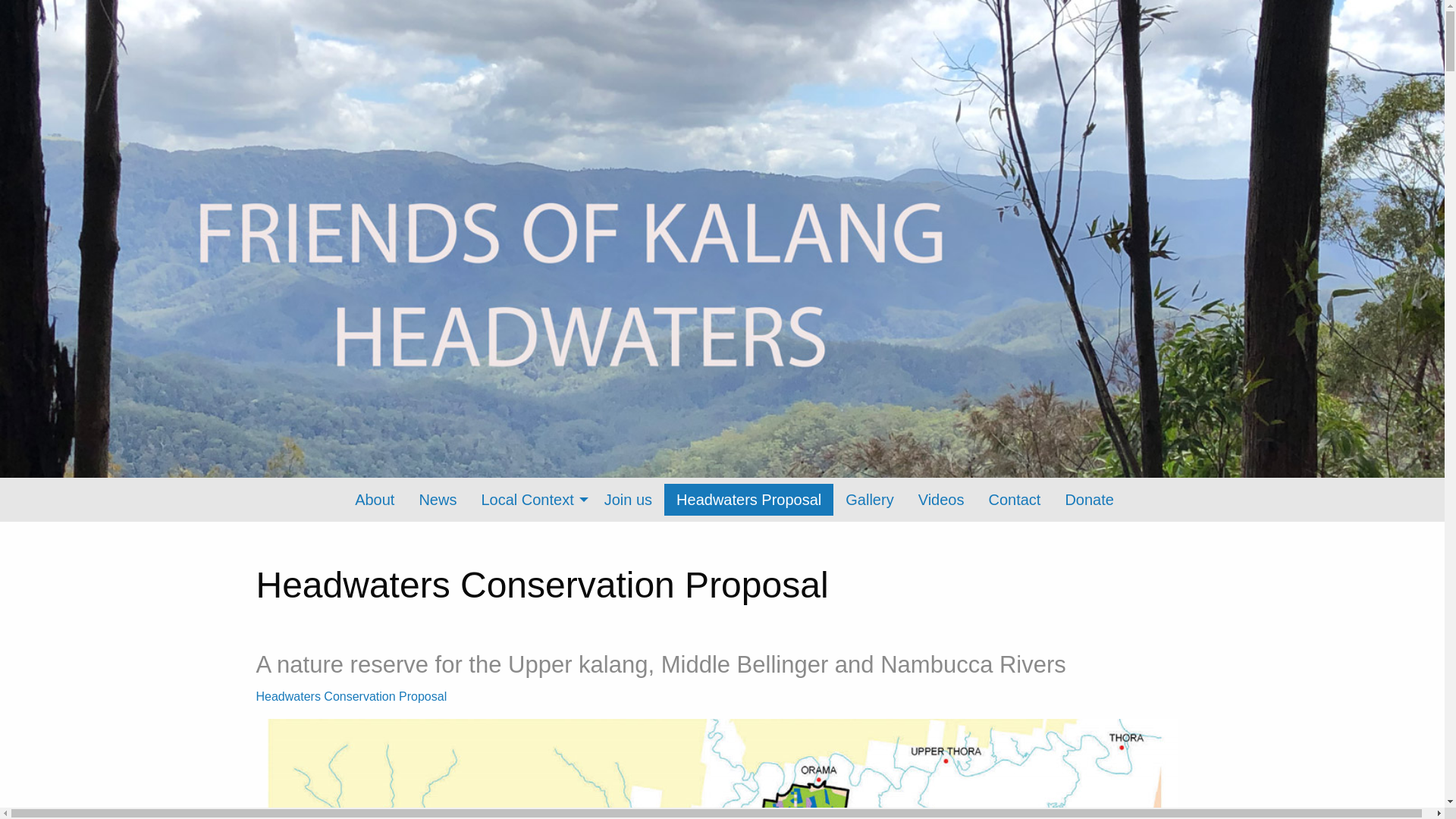 The image size is (1456, 819). I want to click on 'Donate', so click(1051, 500).